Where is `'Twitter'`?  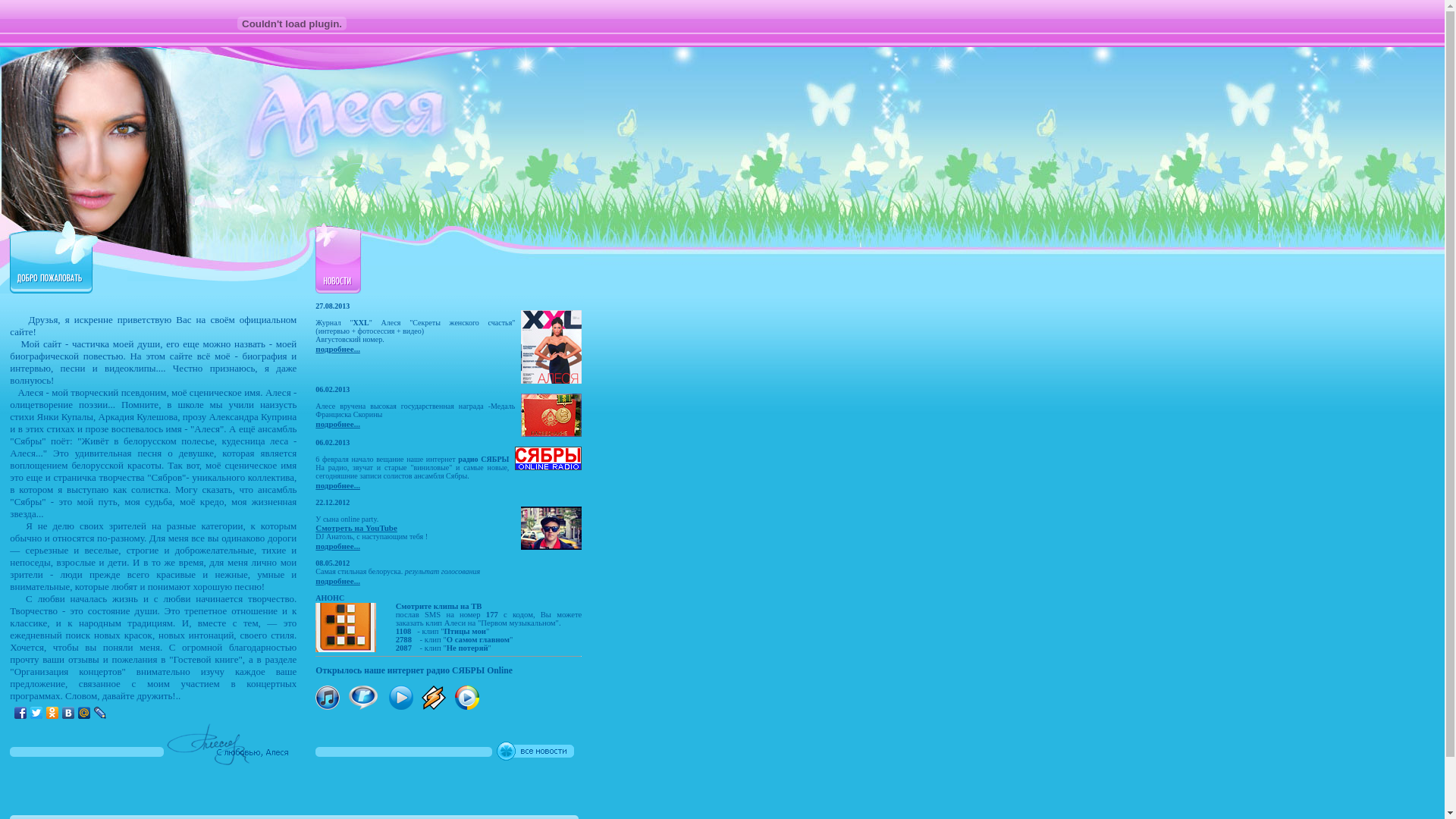
'Twitter' is located at coordinates (29, 713).